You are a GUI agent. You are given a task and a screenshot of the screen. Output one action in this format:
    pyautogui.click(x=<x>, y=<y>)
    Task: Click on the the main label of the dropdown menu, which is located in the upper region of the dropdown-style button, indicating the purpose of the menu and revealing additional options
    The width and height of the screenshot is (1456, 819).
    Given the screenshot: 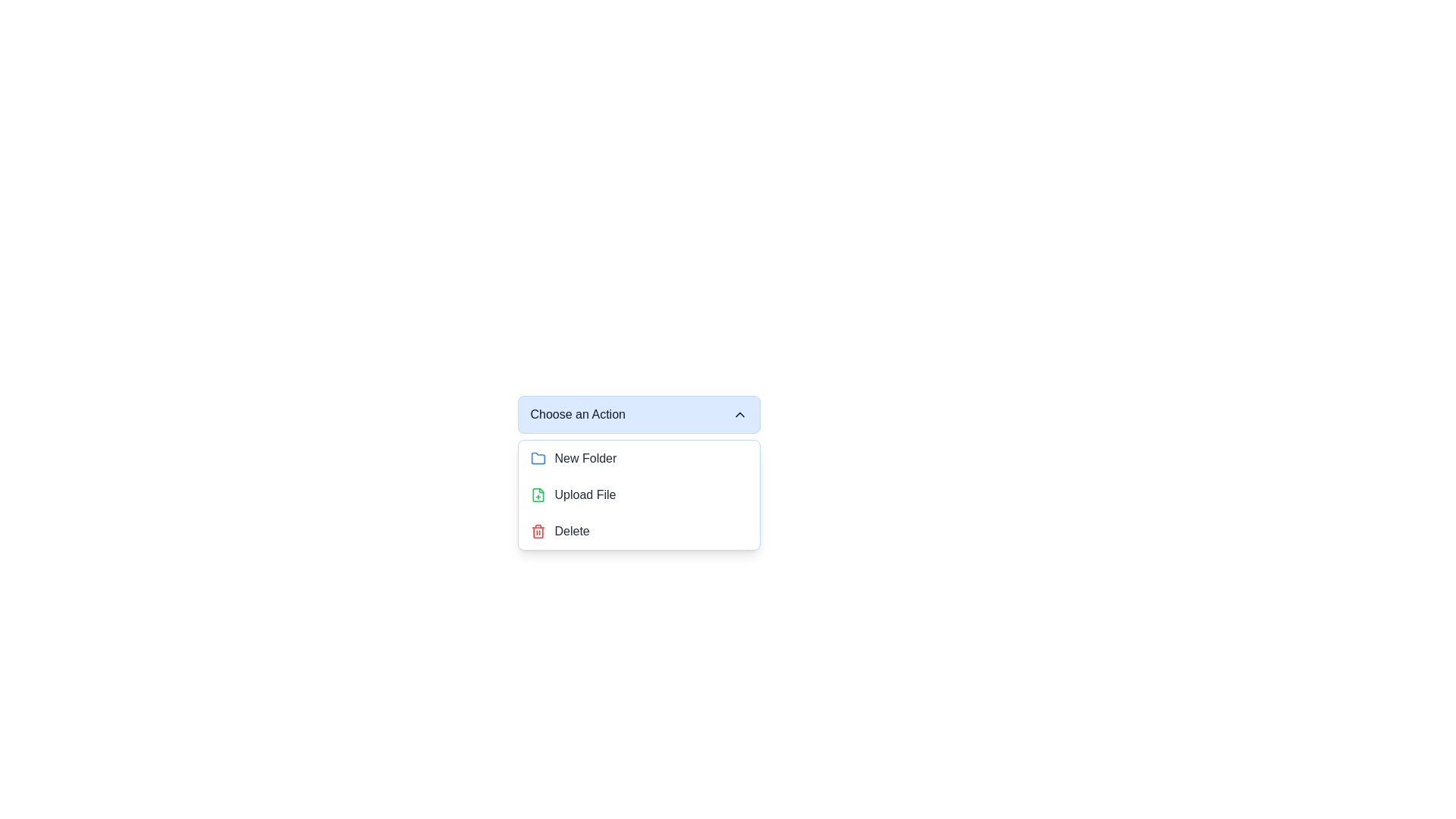 What is the action you would take?
    pyautogui.click(x=577, y=415)
    